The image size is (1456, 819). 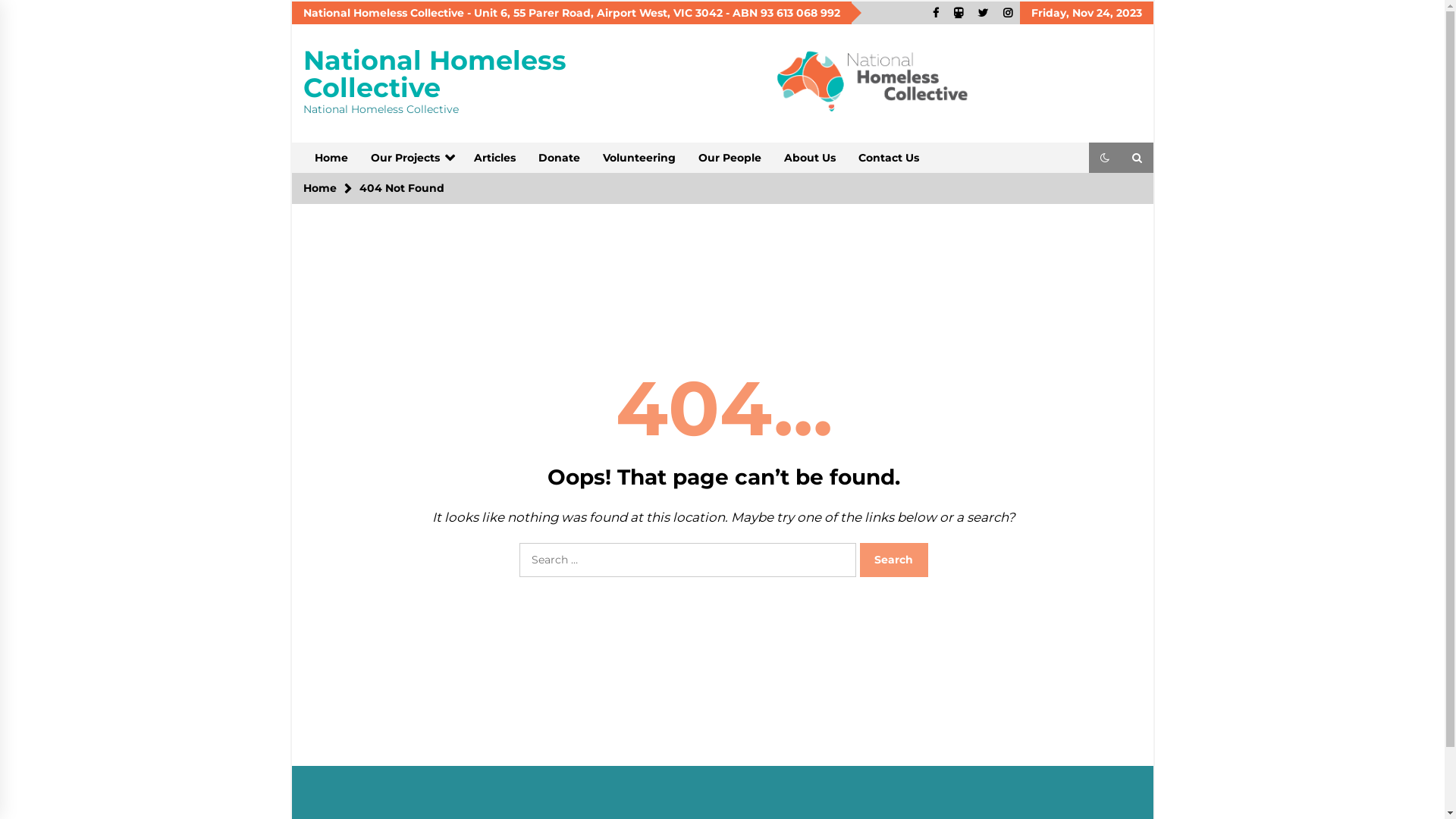 What do you see at coordinates (888, 158) in the screenshot?
I see `'Contact Us'` at bounding box center [888, 158].